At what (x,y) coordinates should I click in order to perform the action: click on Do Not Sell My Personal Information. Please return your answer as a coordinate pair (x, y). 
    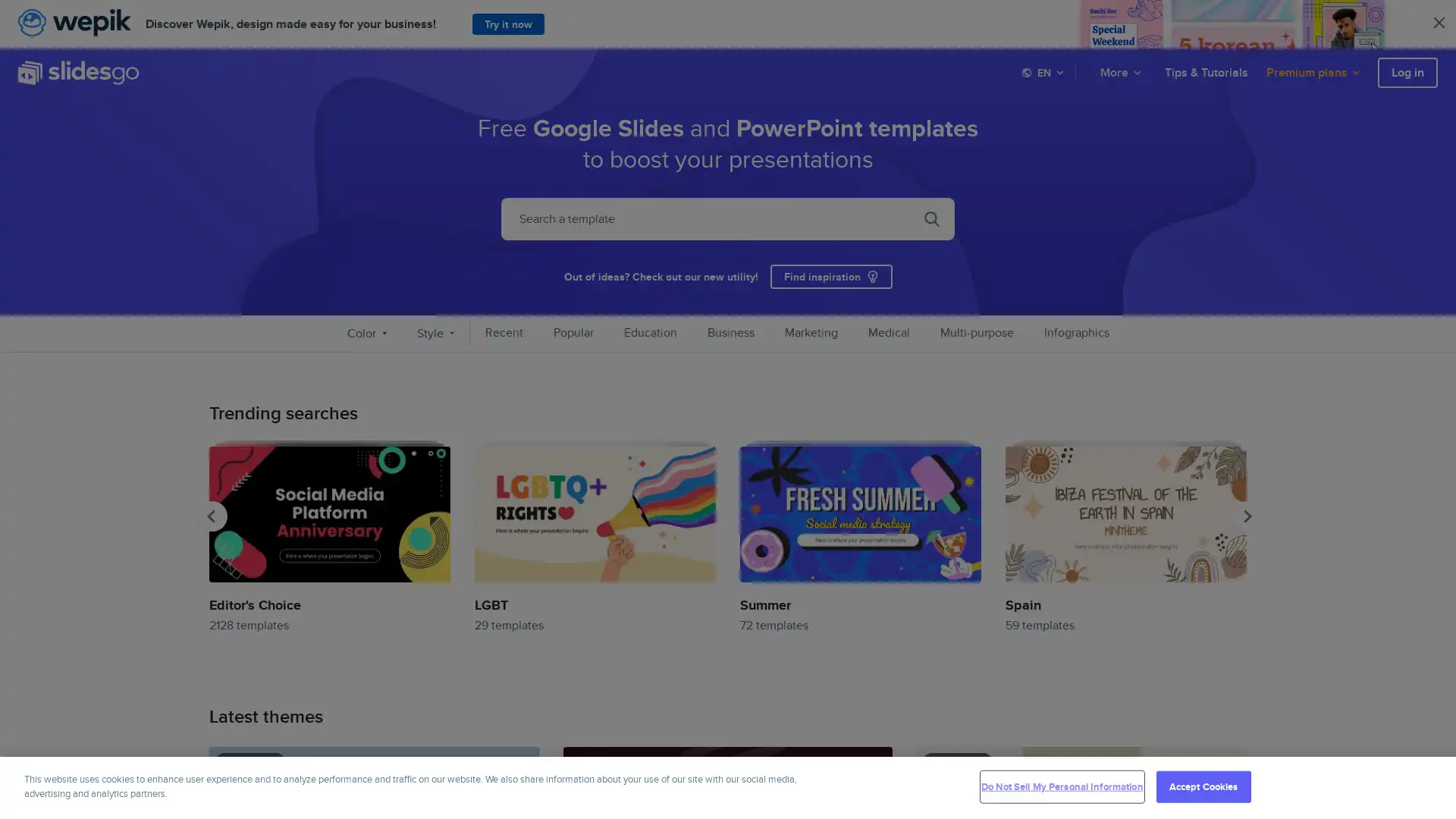
    Looking at the image, I should click on (1061, 786).